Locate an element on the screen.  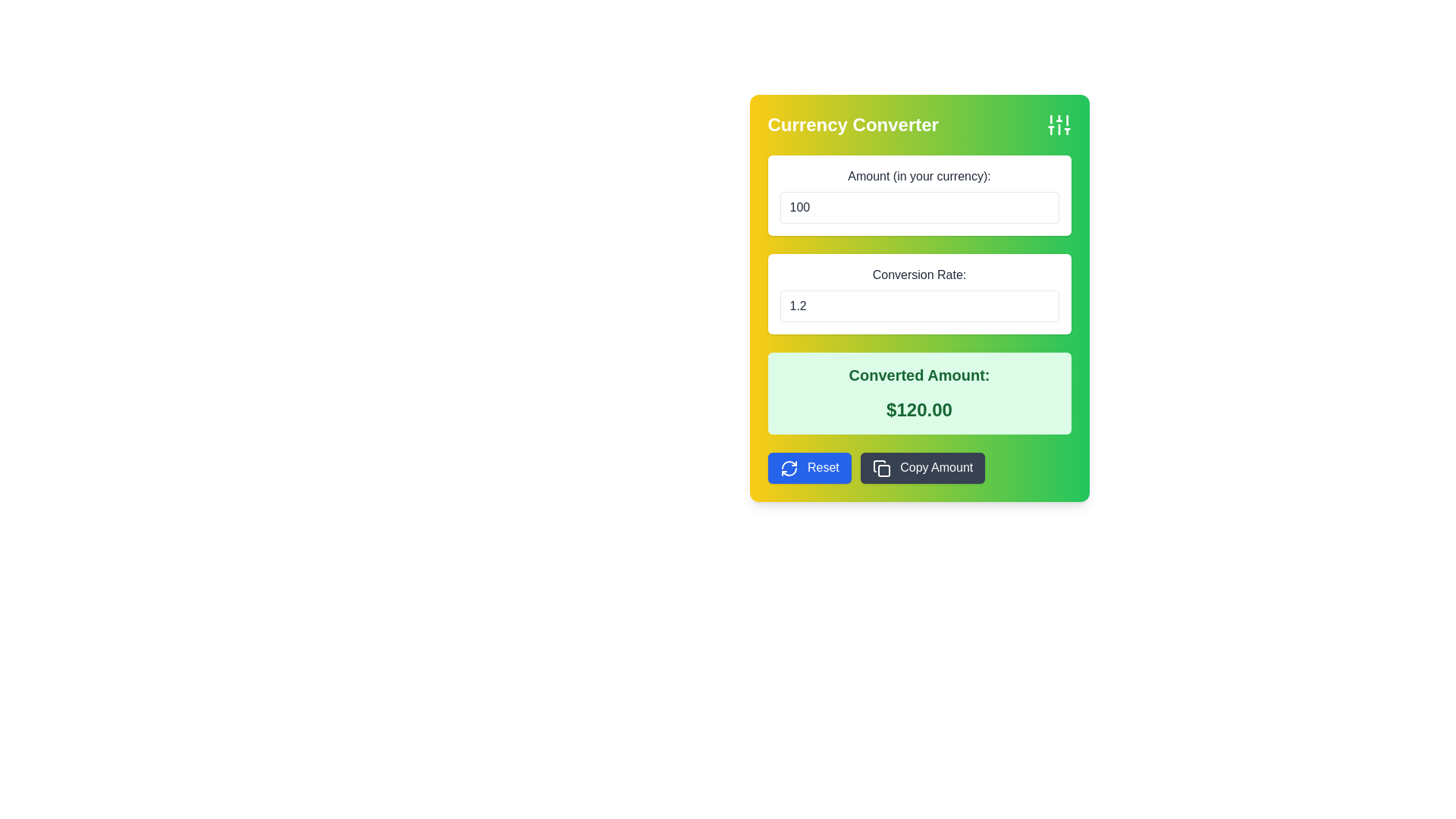
the Reset button icon, which serves as a visual indicator for resetting inputs in the currency converter interface, located at the bottom-left section of the interactive card with a gradient green background is located at coordinates (789, 467).